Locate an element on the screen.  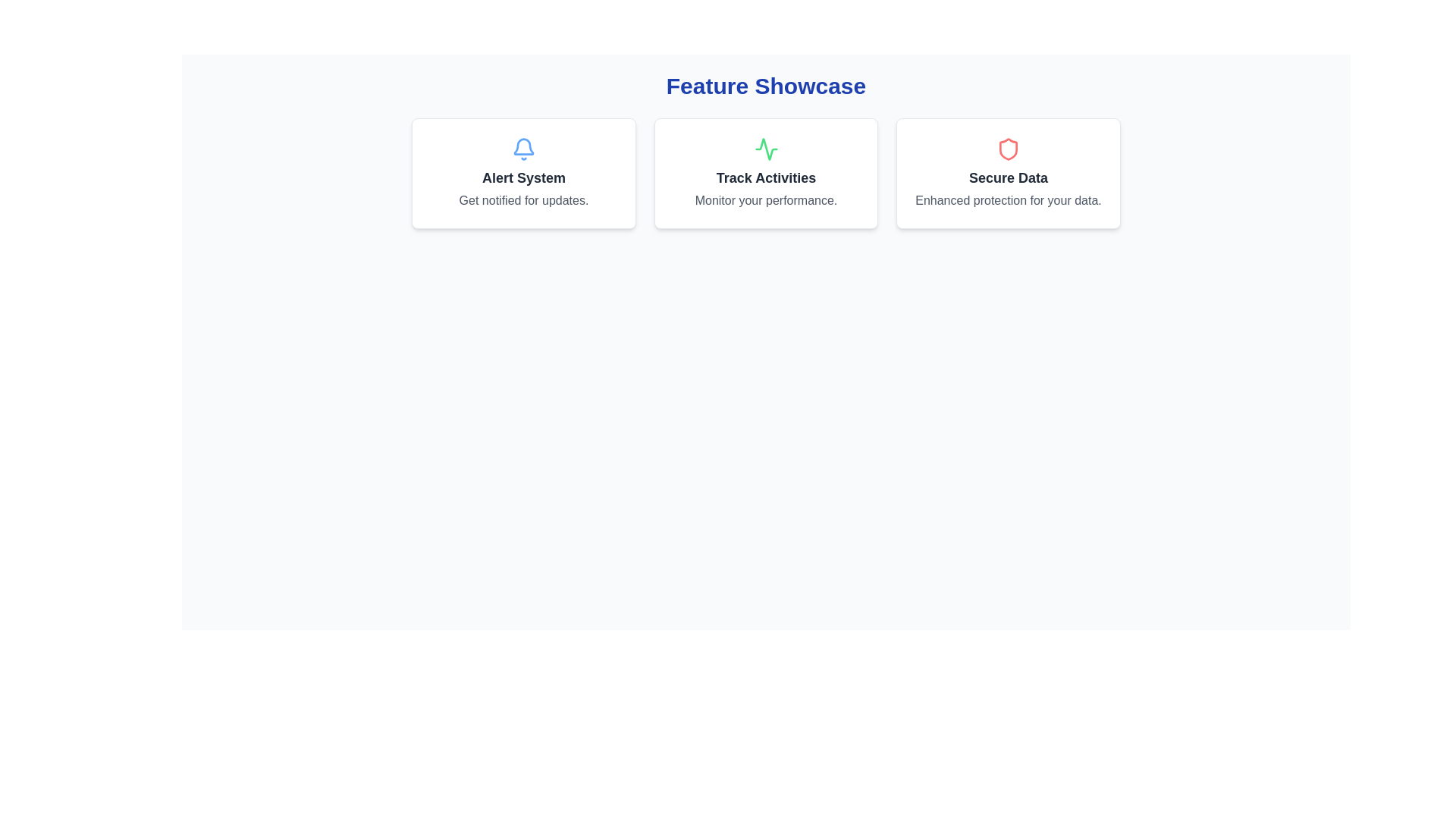
prominently styled text label that indicates 'Secure Data', which is located at the center of the card layout is located at coordinates (1008, 177).